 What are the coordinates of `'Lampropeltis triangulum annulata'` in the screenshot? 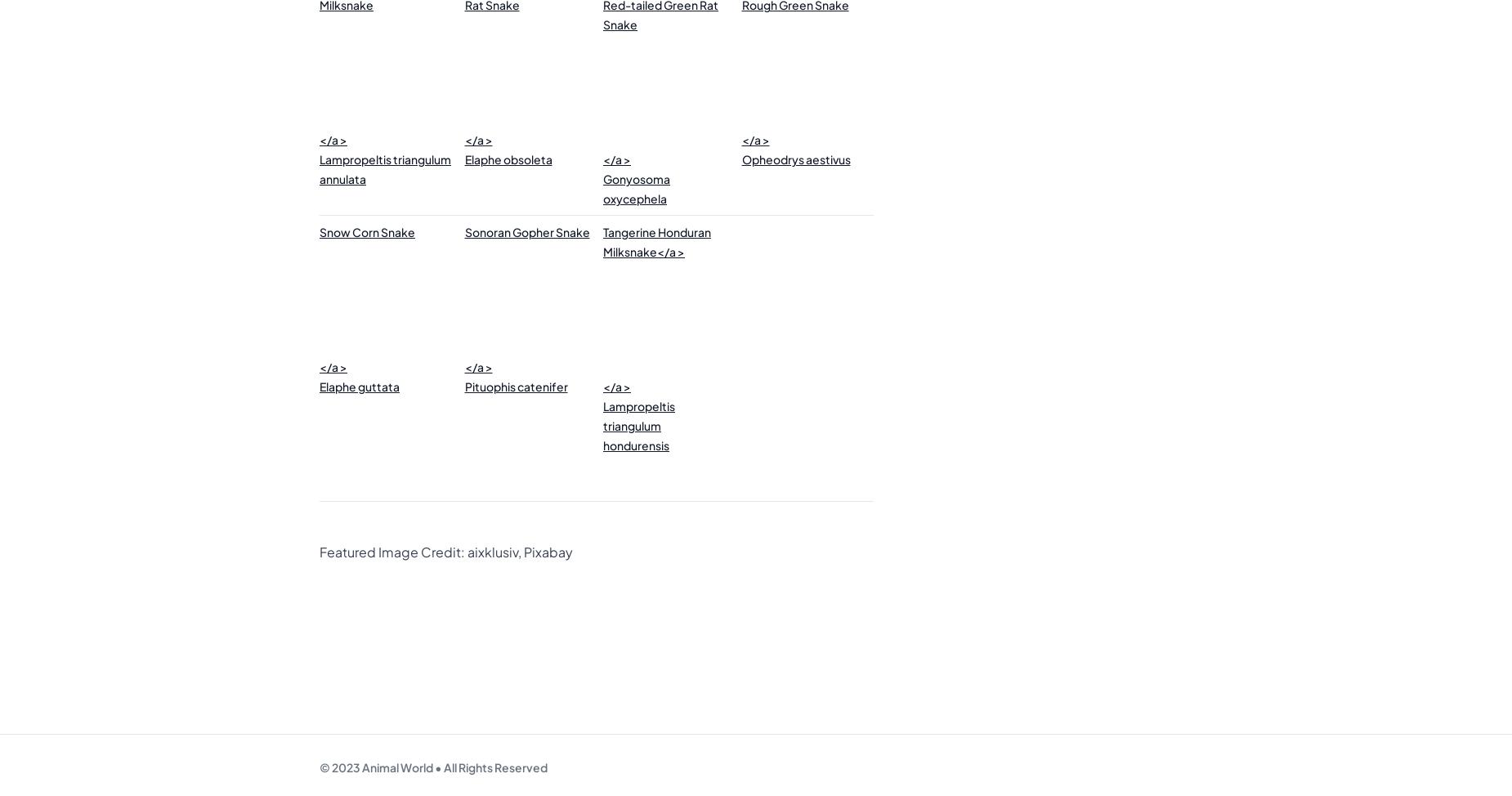 It's located at (385, 168).